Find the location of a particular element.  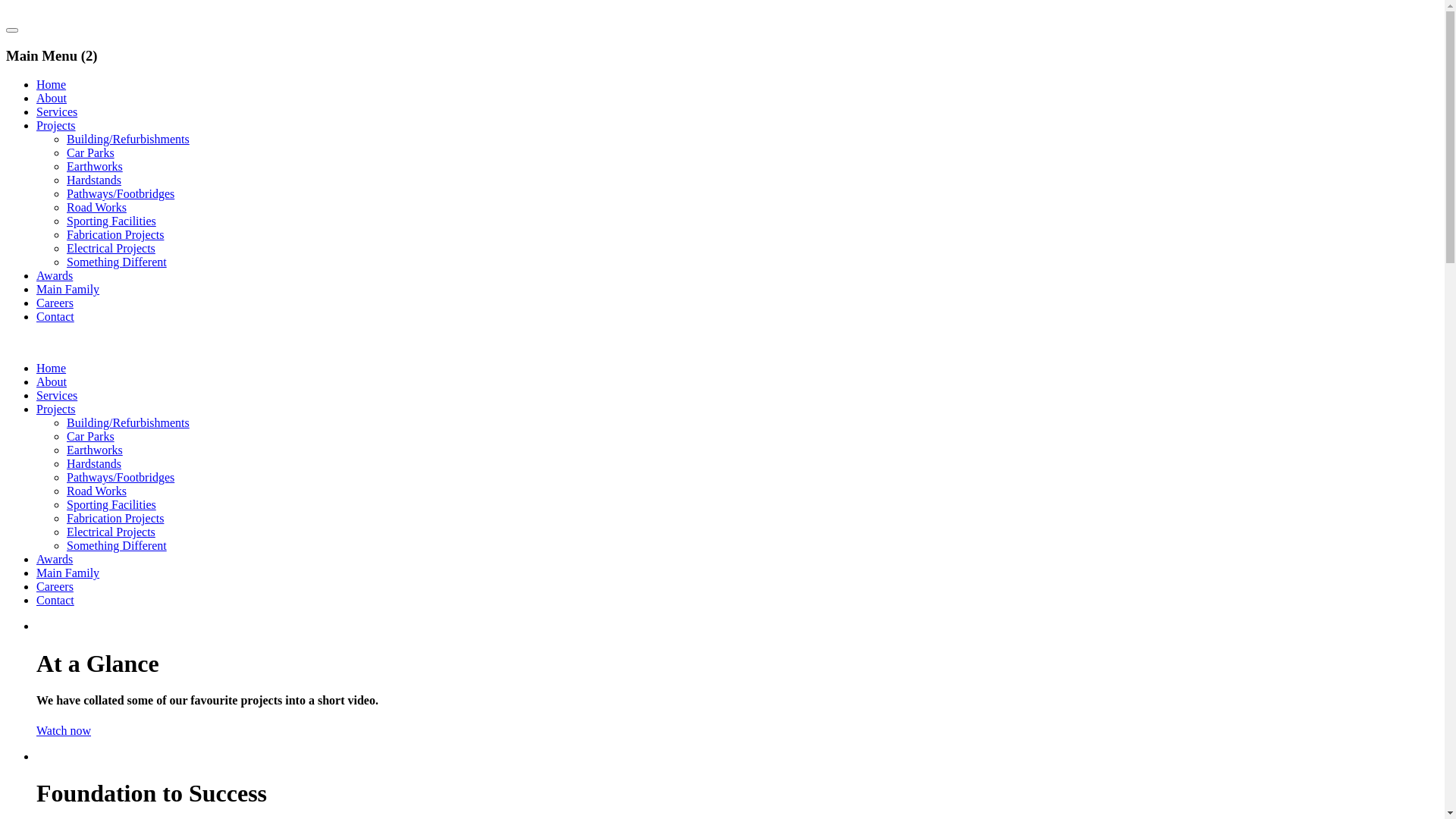

'Car Parks' is located at coordinates (89, 152).